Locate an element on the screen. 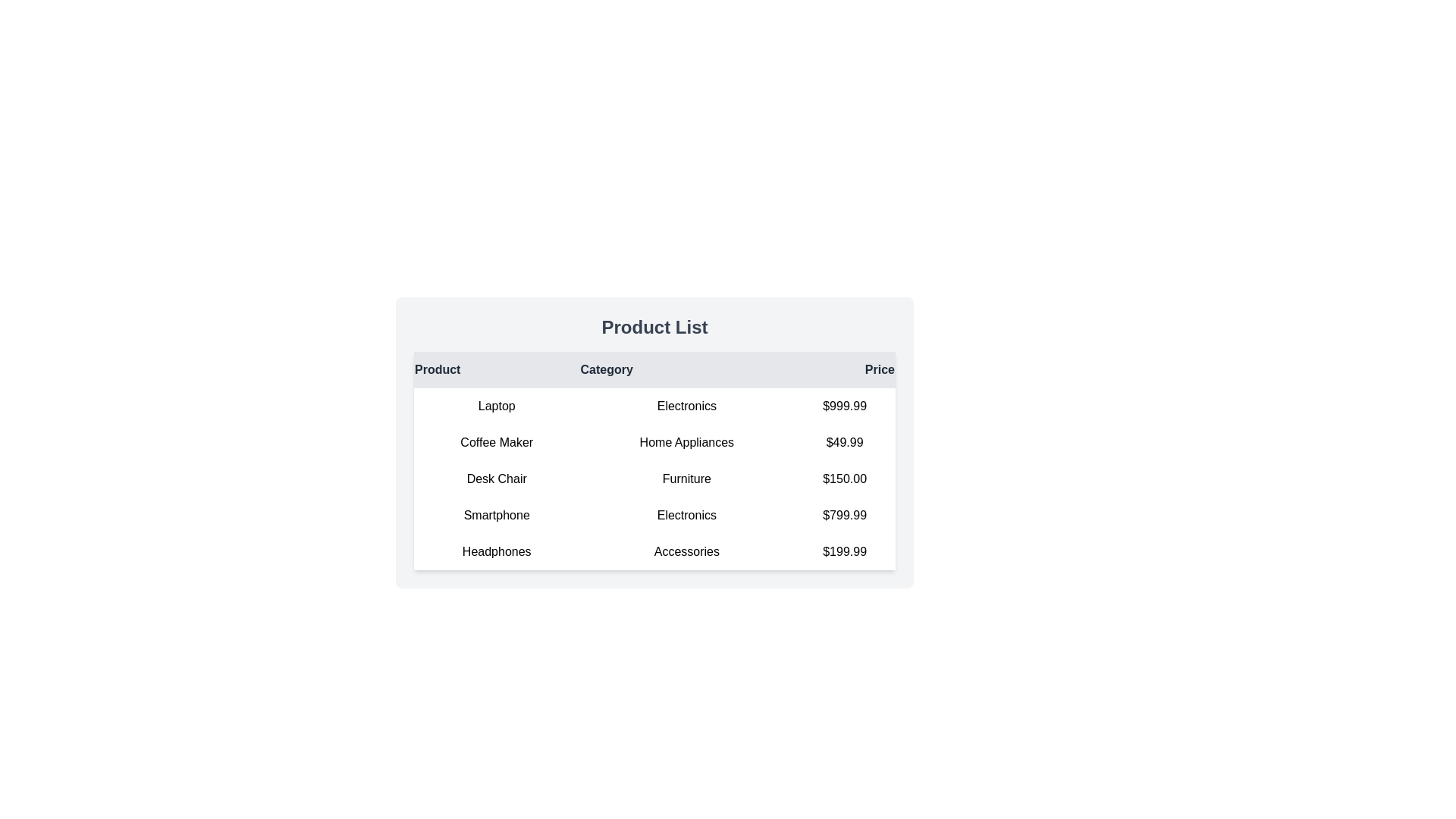 This screenshot has width=1456, height=819. the Text Label displaying the product name in the first row of the table under the 'Product' column is located at coordinates (497, 406).